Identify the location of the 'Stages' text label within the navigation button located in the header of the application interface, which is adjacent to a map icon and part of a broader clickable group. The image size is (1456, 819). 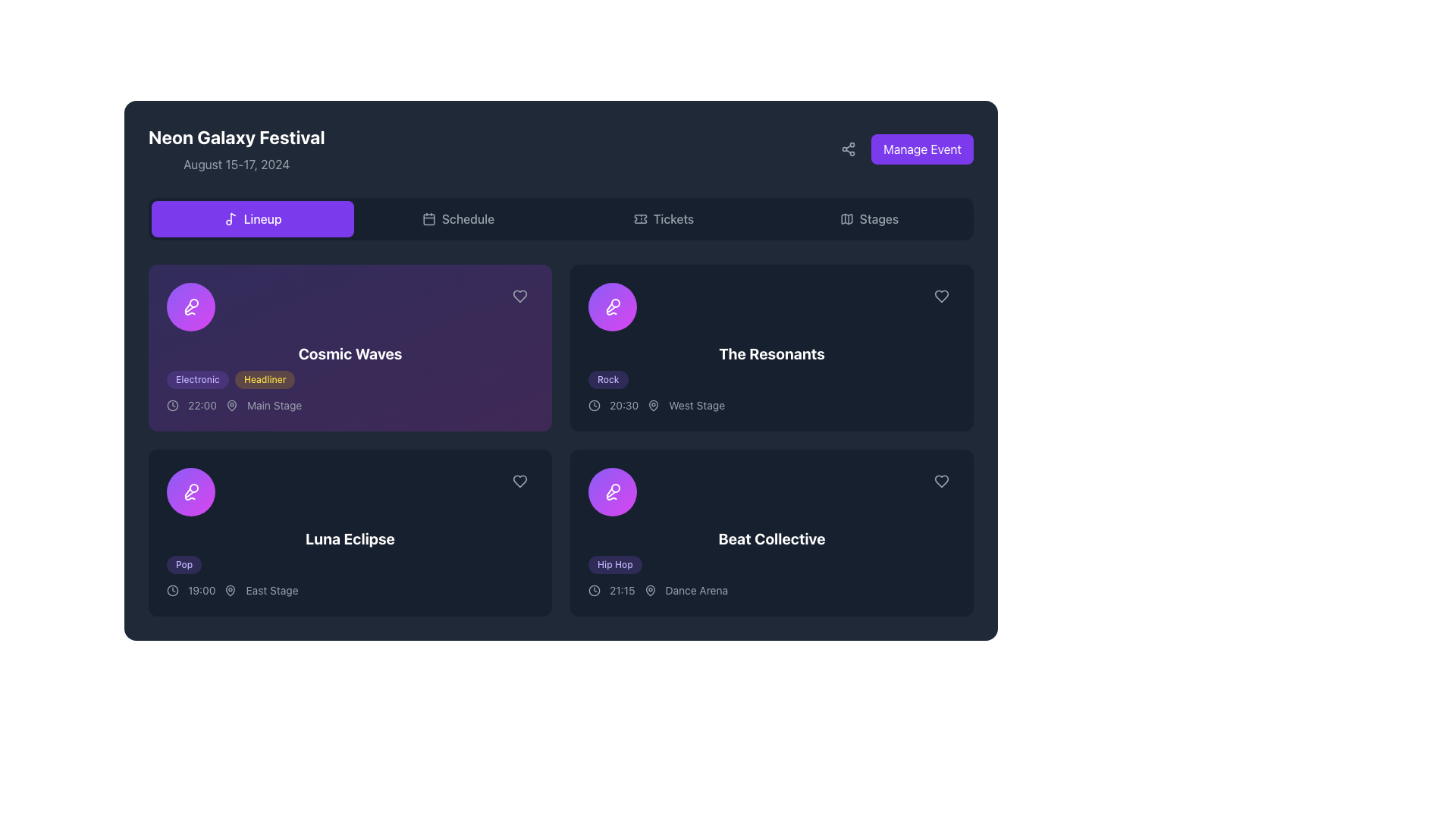
(879, 219).